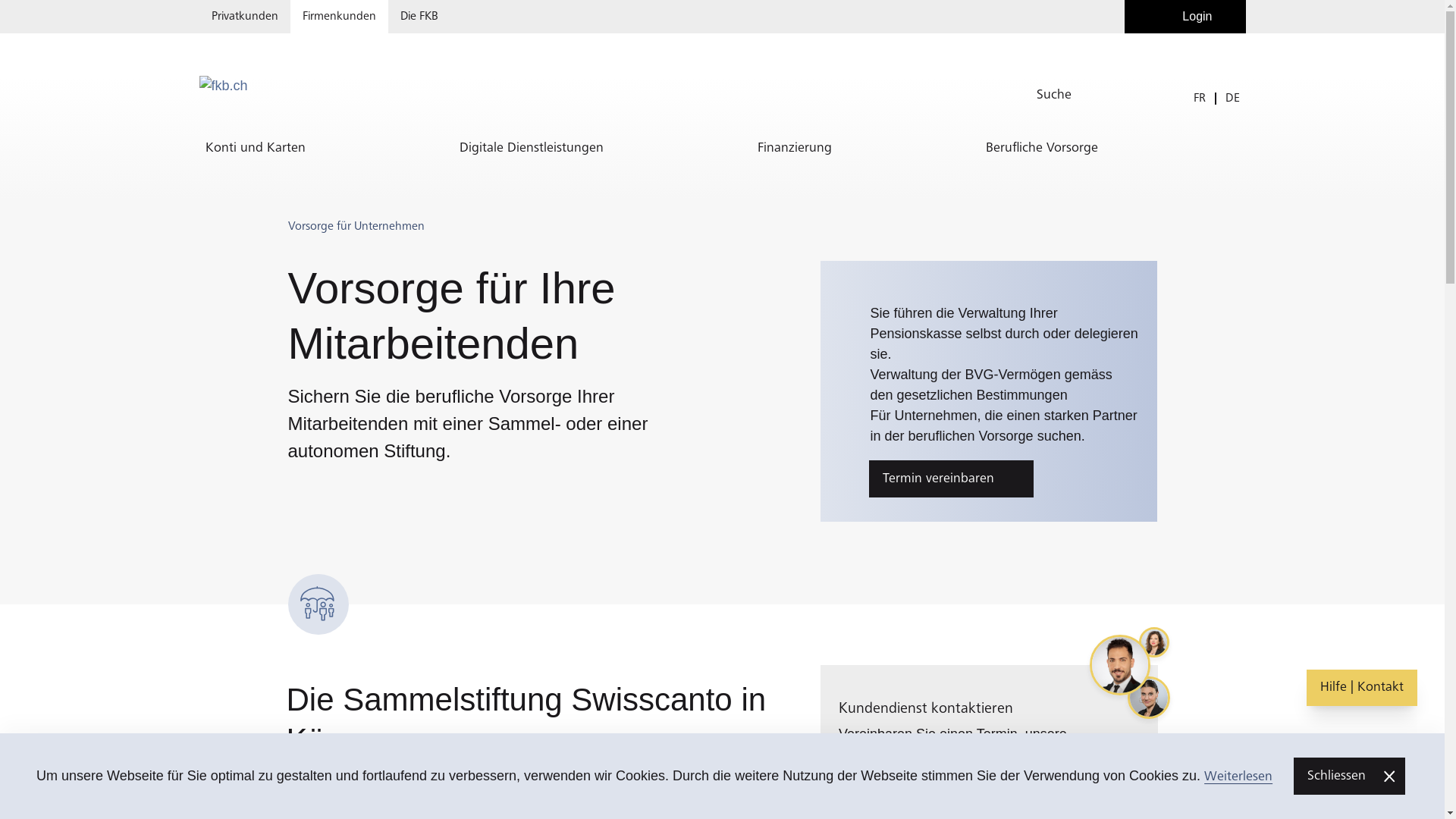 The height and width of the screenshot is (819, 1456). Describe the element at coordinates (531, 148) in the screenshot. I see `'Digitale Dienstleistungen'` at that location.